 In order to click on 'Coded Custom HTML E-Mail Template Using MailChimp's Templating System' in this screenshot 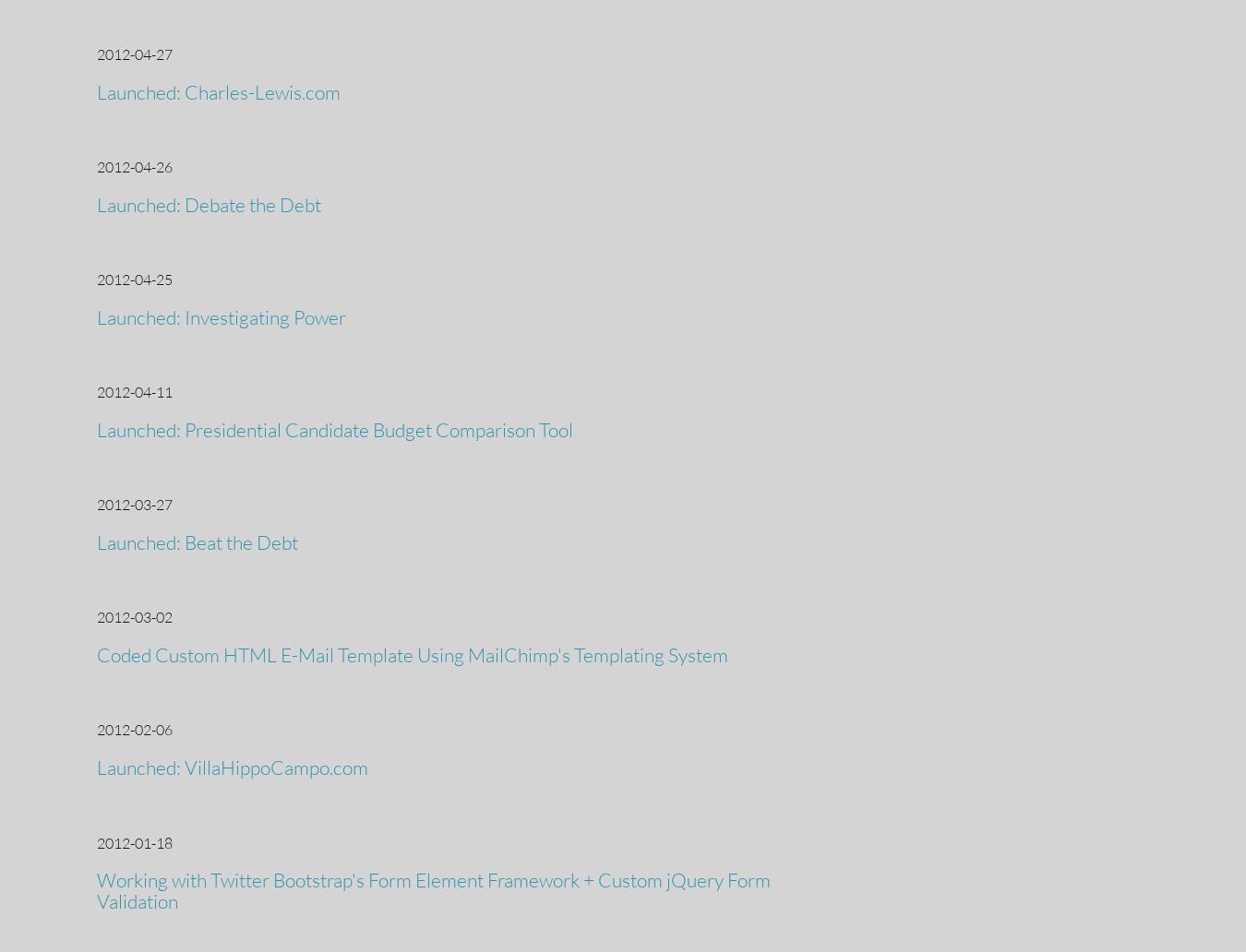, I will do `click(412, 654)`.